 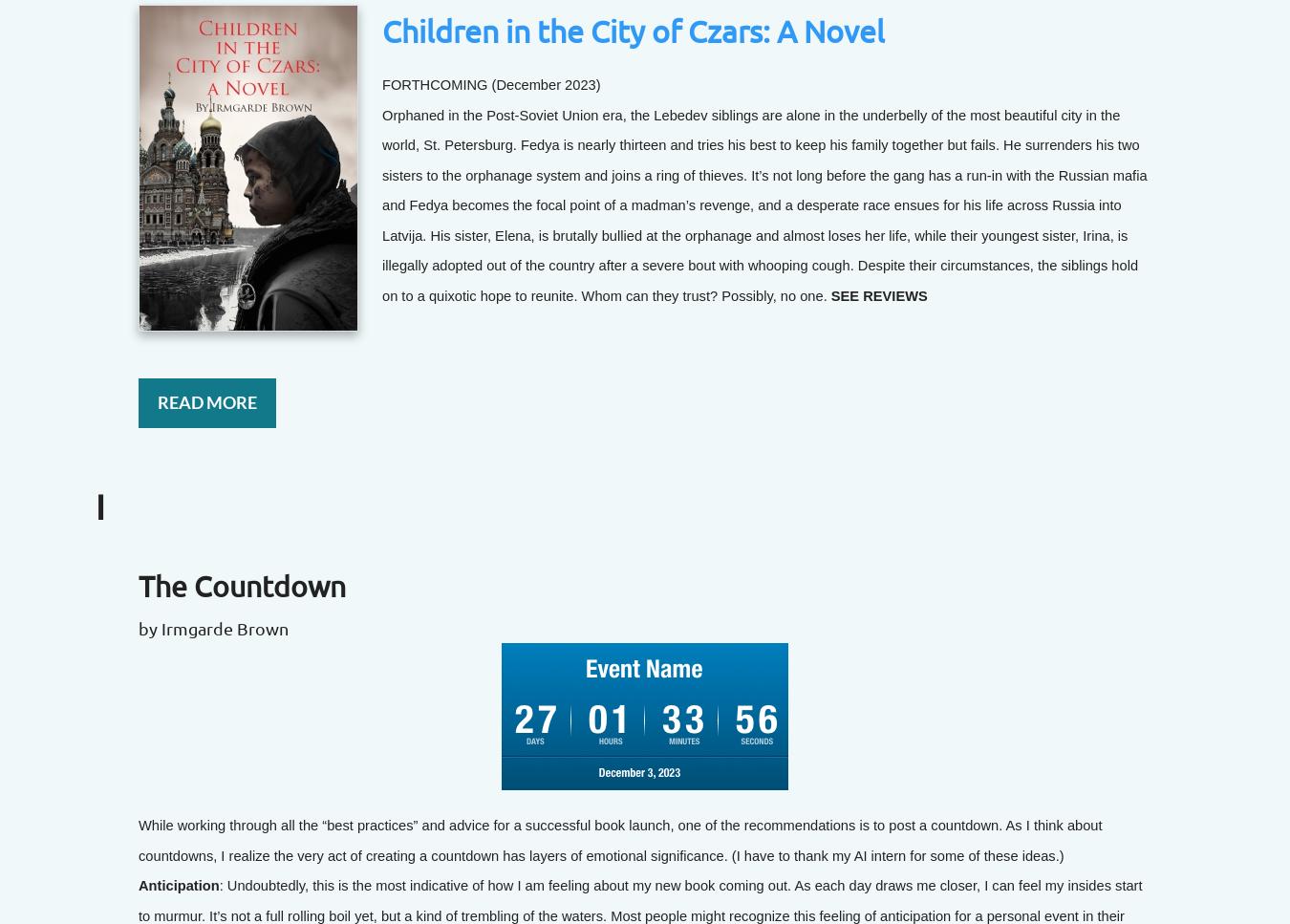 I want to click on 'Read more', so click(x=206, y=401).